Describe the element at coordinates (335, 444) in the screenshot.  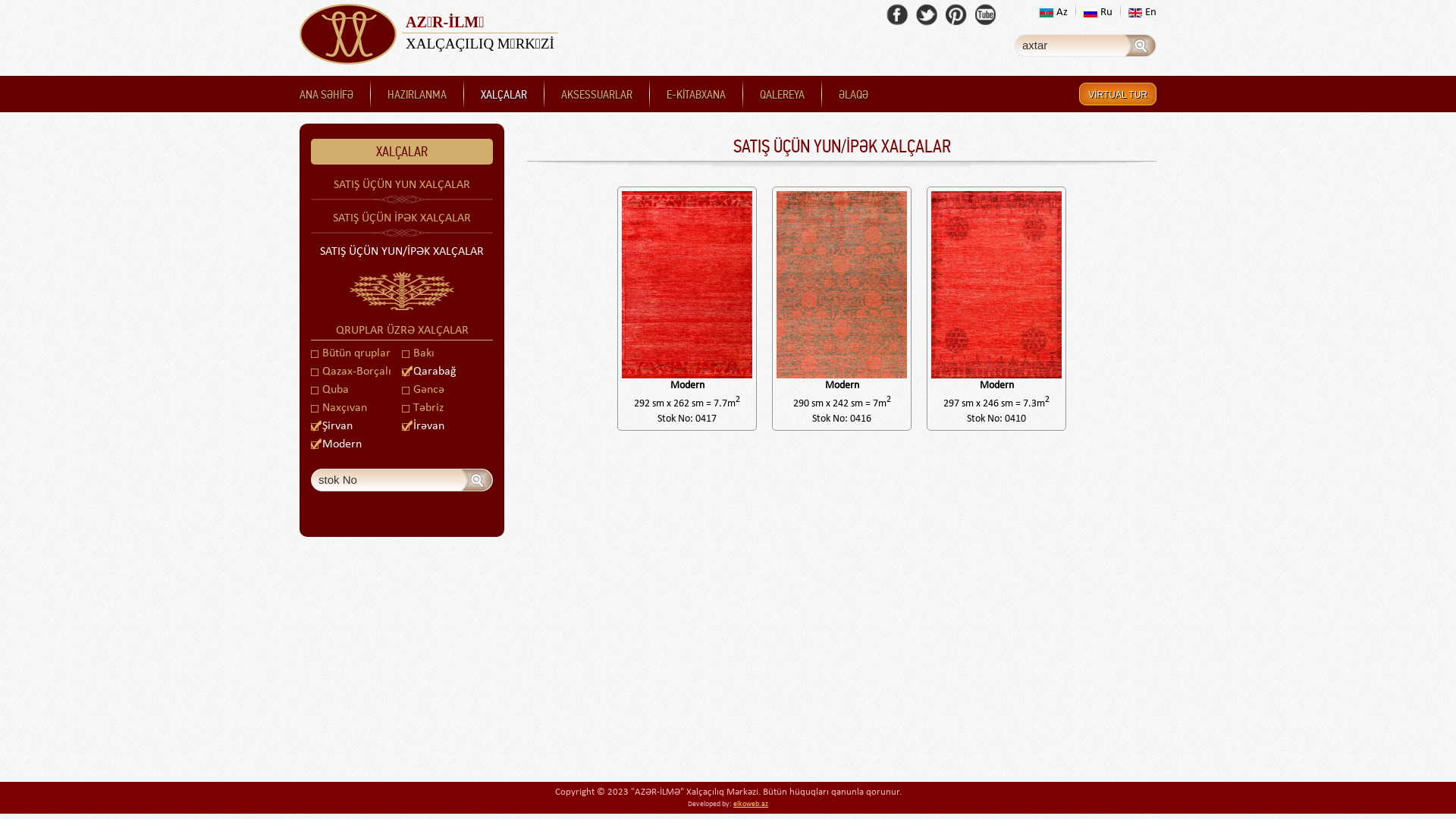
I see `'Modern'` at that location.